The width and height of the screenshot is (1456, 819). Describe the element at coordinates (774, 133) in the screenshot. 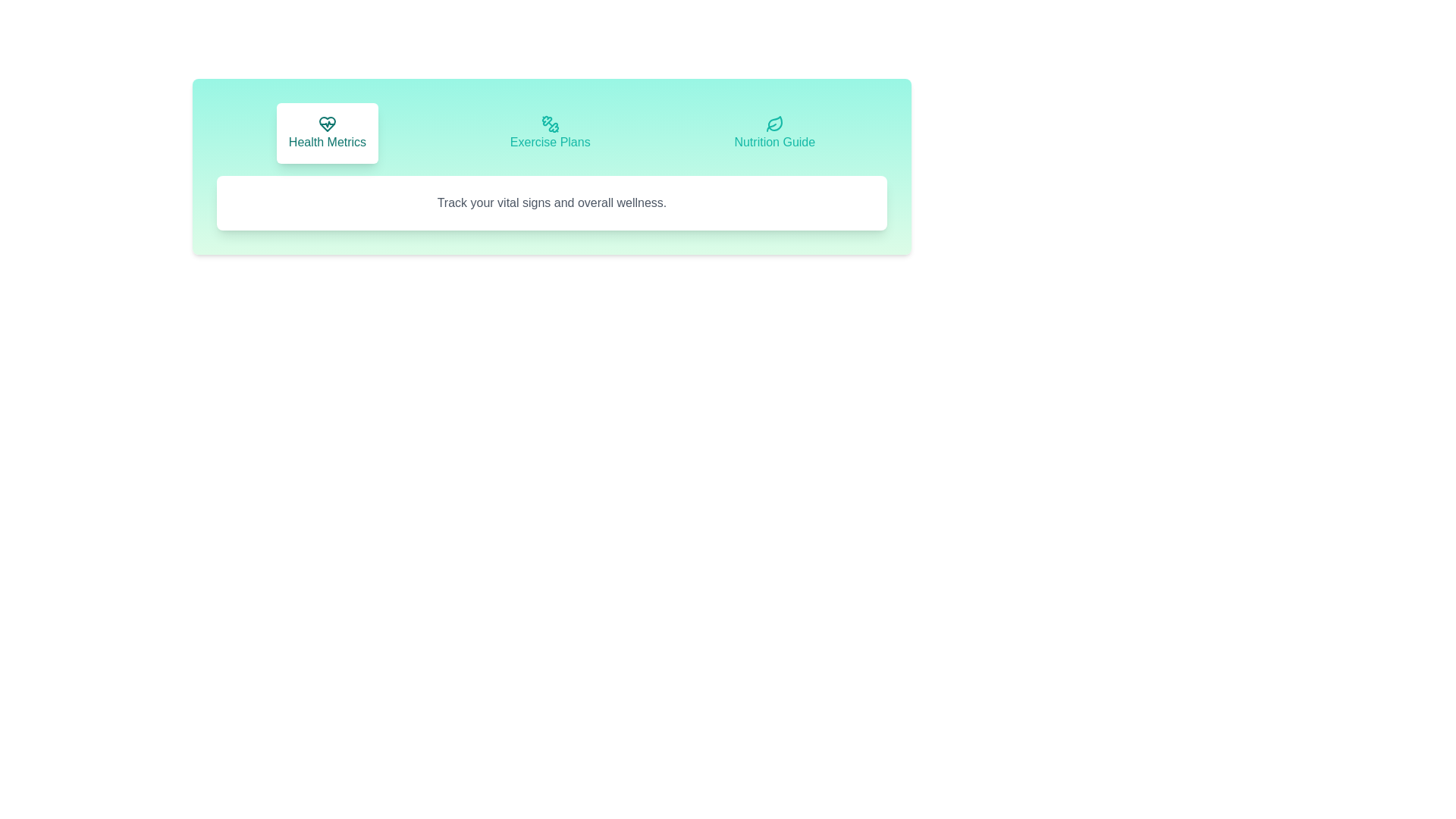

I see `the tab button labeled Nutrition Guide` at that location.